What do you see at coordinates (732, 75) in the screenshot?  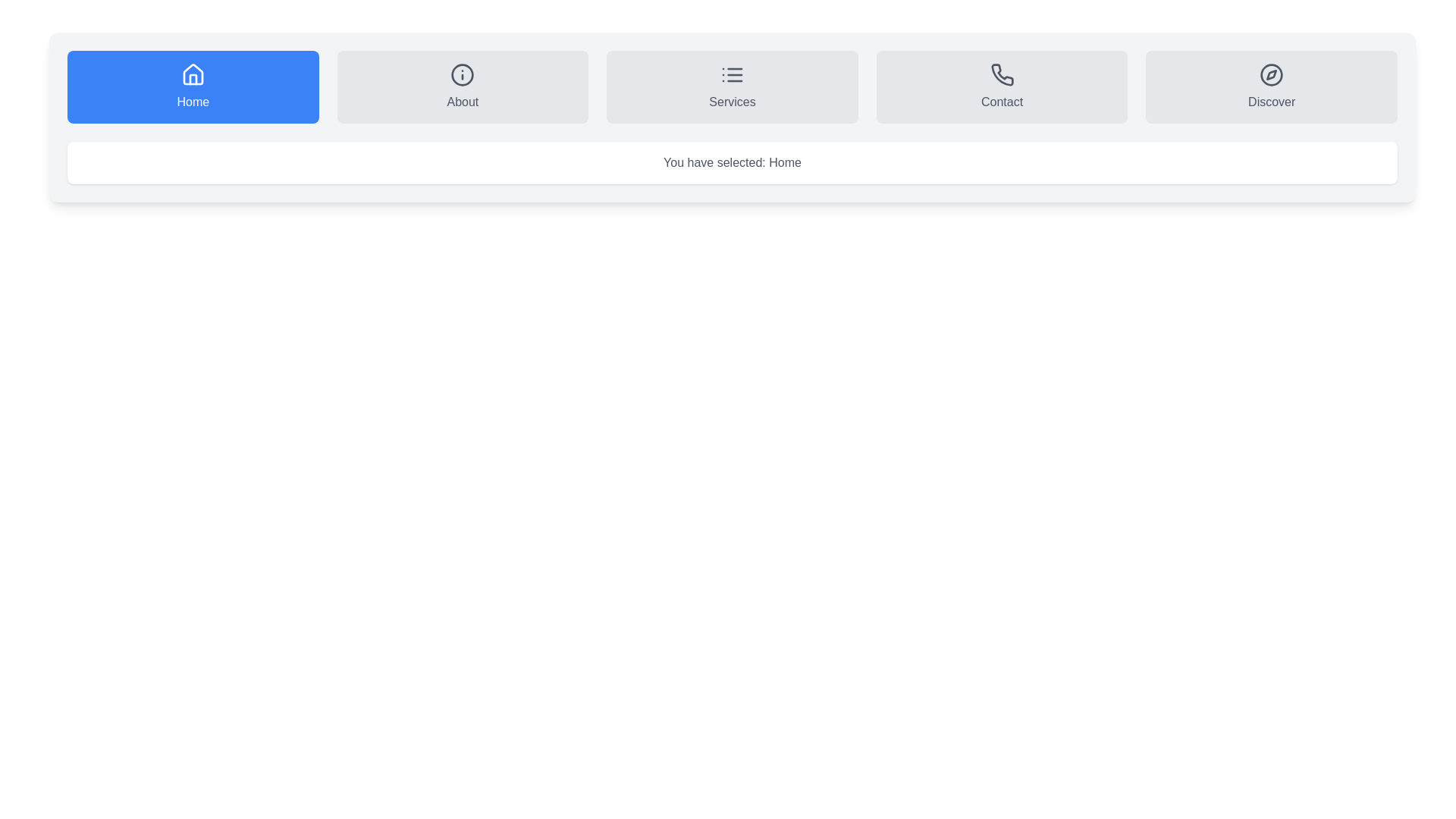 I see `the 'Services' button in the navigation menu that contains the glyph icon styled like a list with three horizontal lines and small dots` at bounding box center [732, 75].